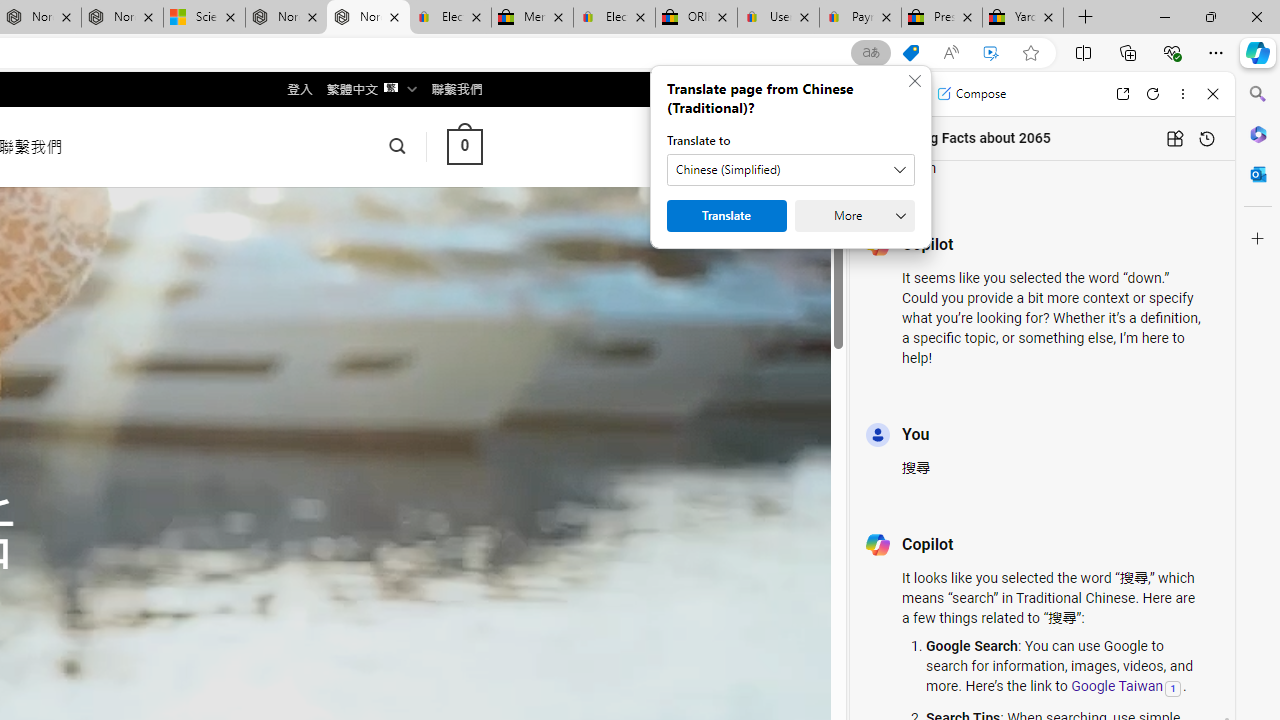  Describe the element at coordinates (860, 17) in the screenshot. I see `'Payments Terms of Use | eBay.com'` at that location.